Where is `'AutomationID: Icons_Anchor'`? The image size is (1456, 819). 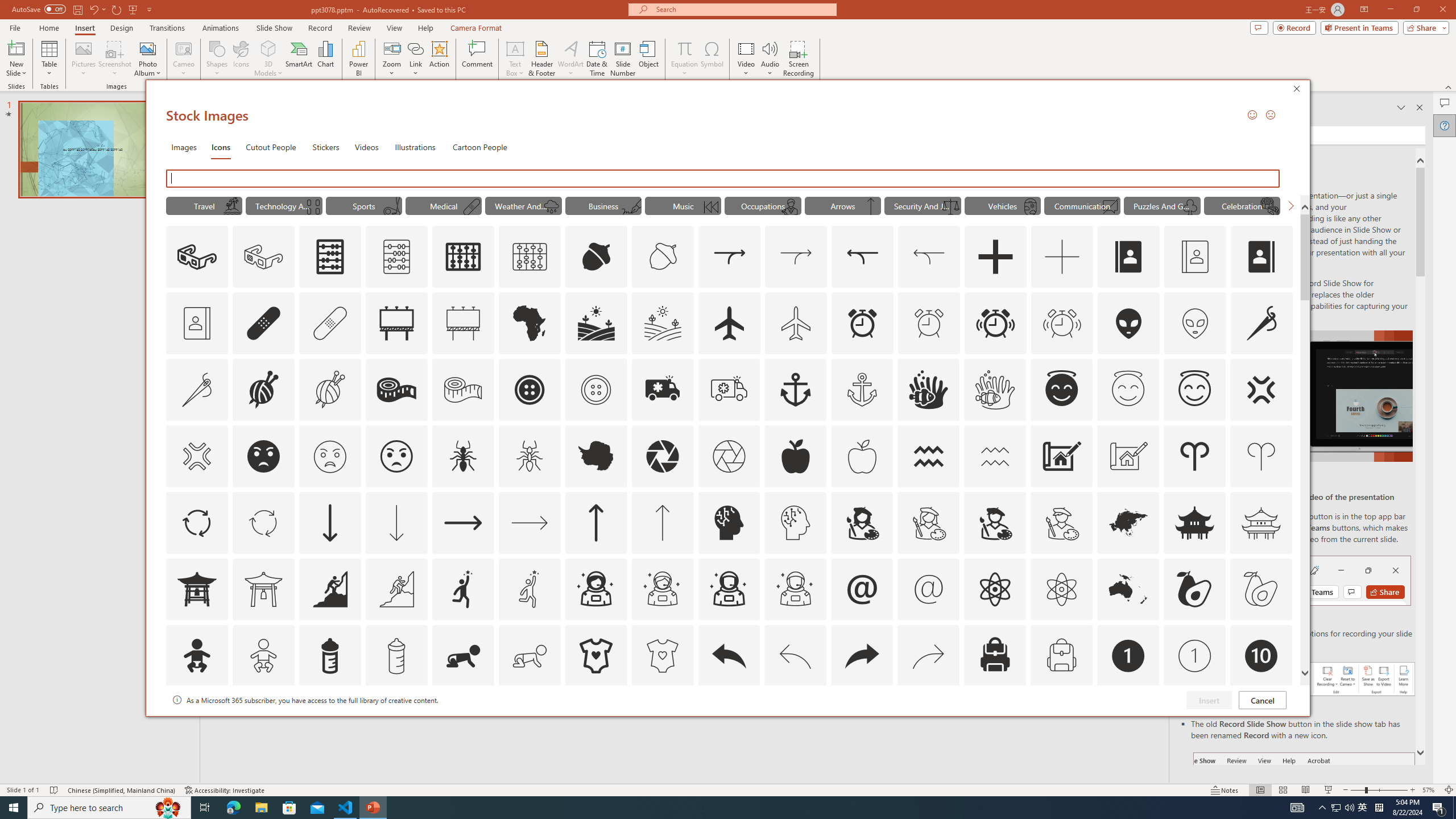
'AutomationID: Icons_Anchor' is located at coordinates (795, 390).